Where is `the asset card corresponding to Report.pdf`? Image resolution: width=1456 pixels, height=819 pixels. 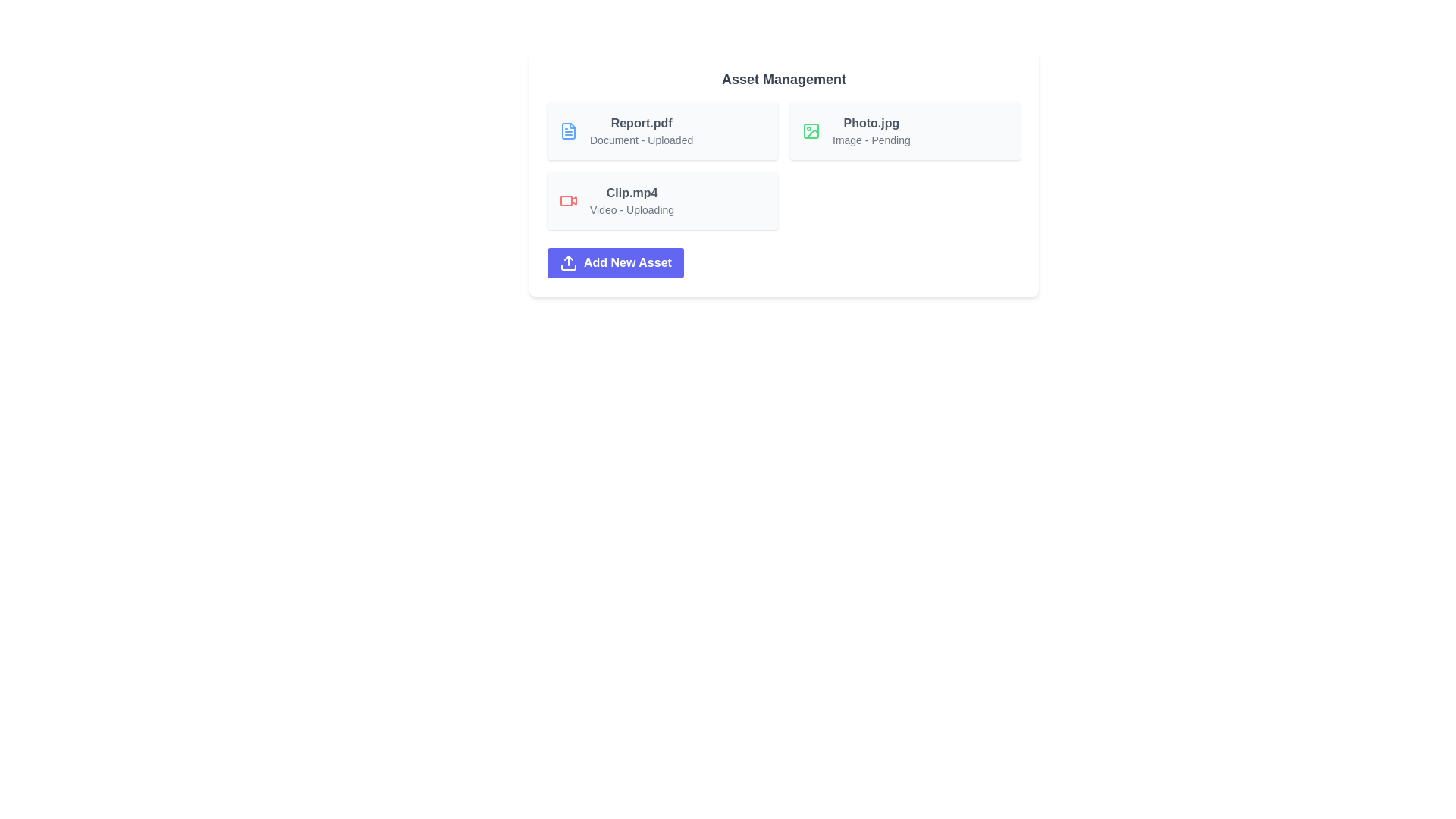 the asset card corresponding to Report.pdf is located at coordinates (662, 130).